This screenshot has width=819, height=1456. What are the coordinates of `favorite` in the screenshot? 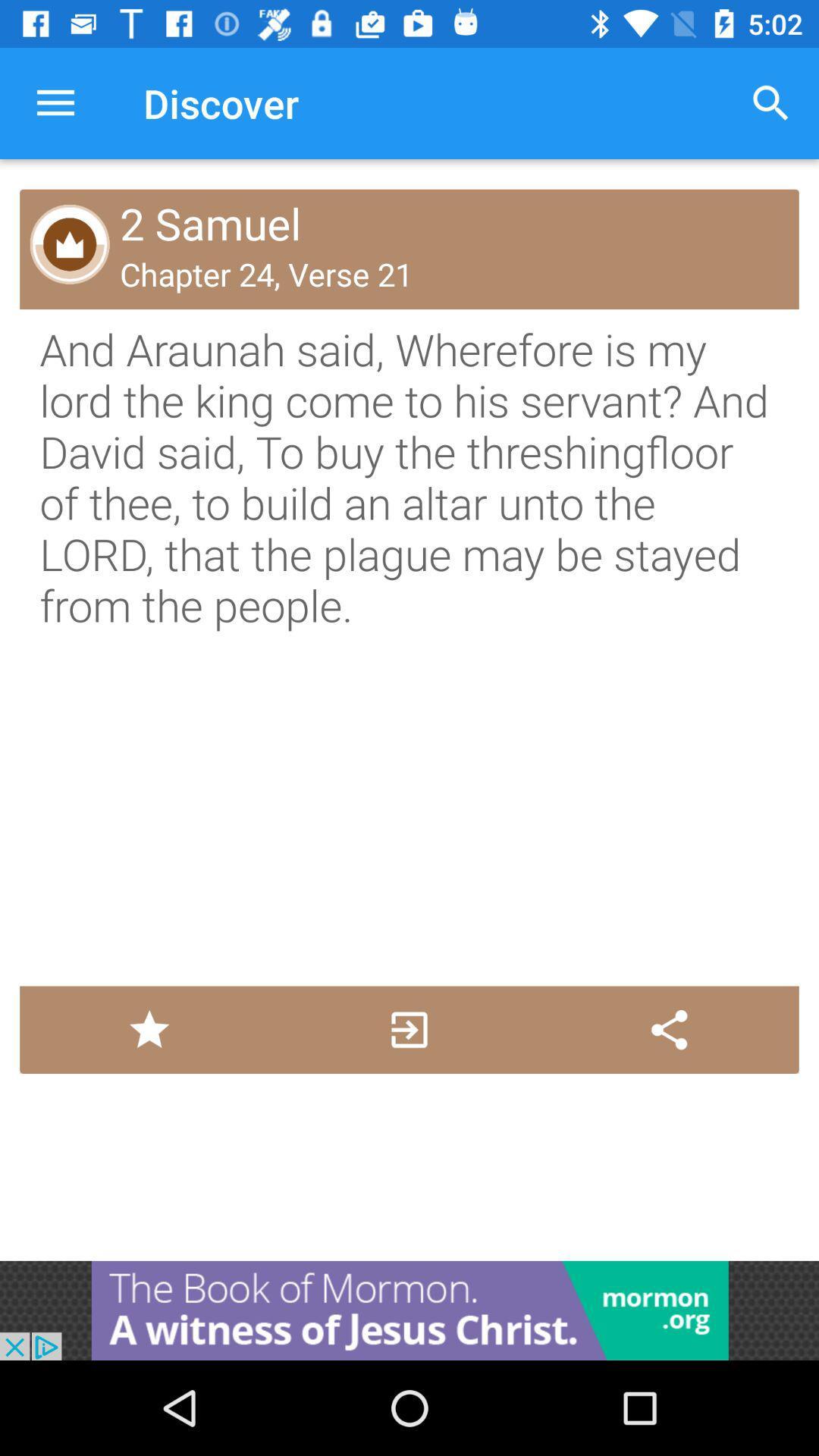 It's located at (149, 1030).